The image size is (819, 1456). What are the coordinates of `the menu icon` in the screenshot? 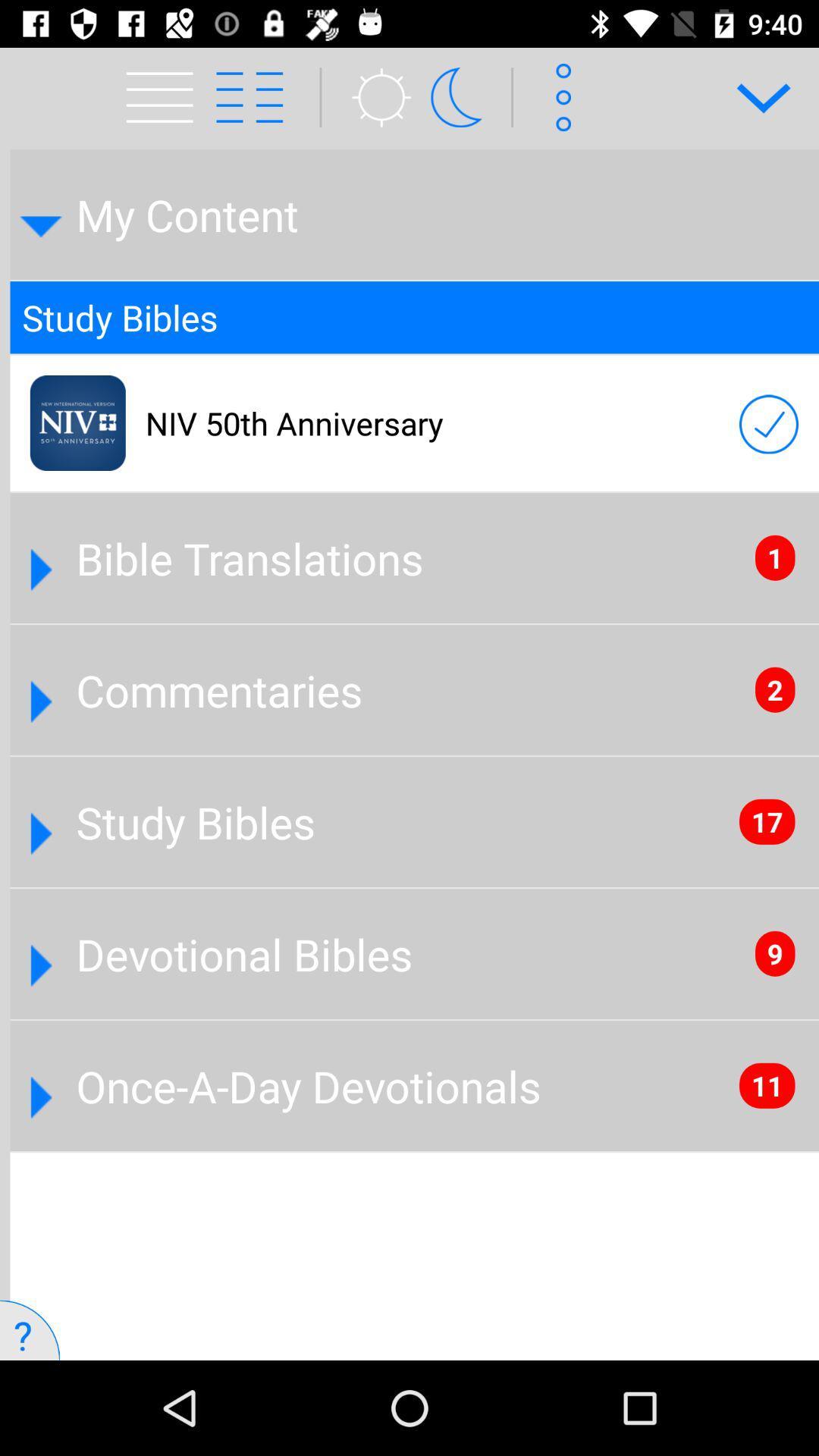 It's located at (165, 96).